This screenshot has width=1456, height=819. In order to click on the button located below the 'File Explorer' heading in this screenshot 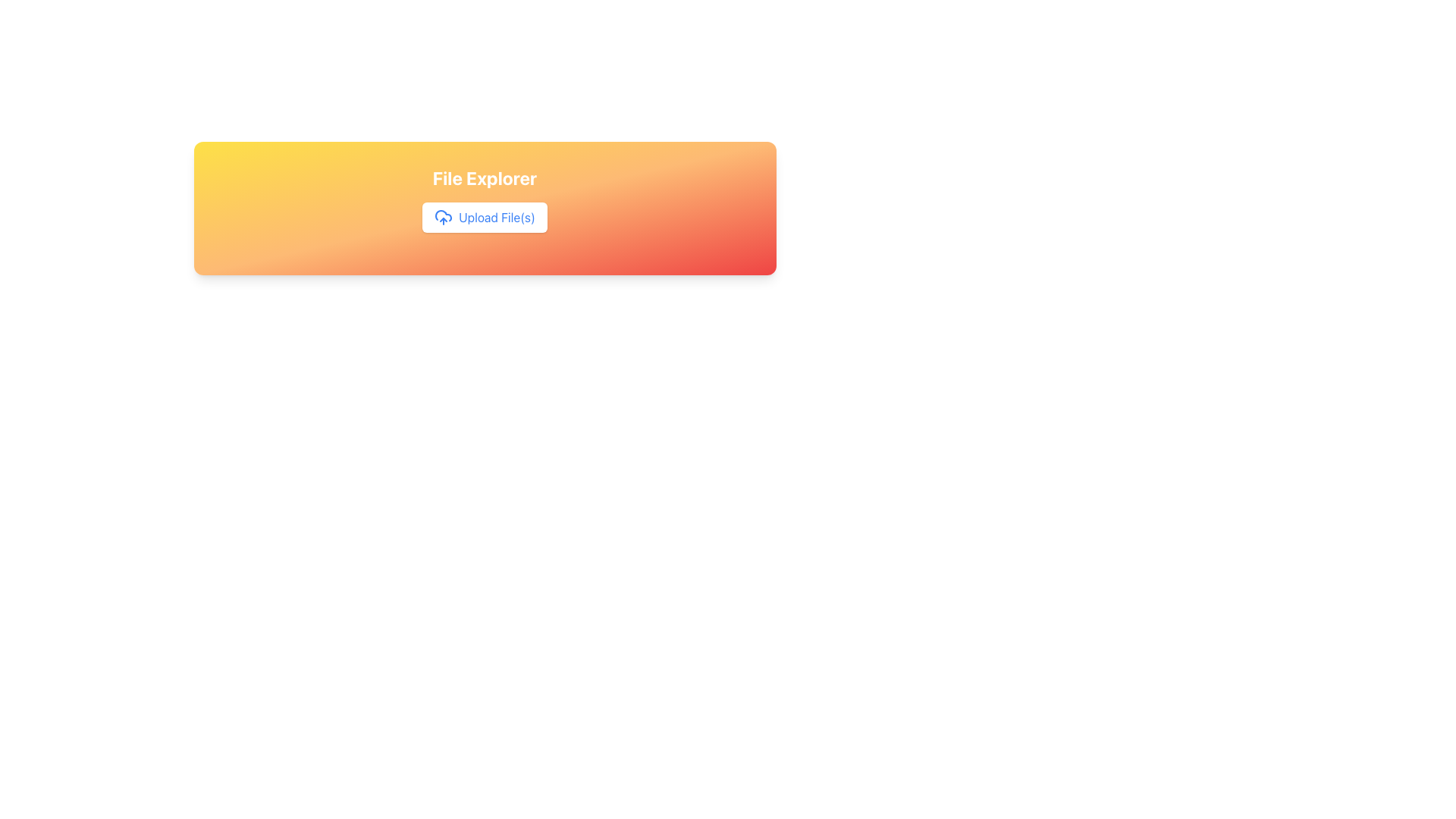, I will do `click(484, 217)`.